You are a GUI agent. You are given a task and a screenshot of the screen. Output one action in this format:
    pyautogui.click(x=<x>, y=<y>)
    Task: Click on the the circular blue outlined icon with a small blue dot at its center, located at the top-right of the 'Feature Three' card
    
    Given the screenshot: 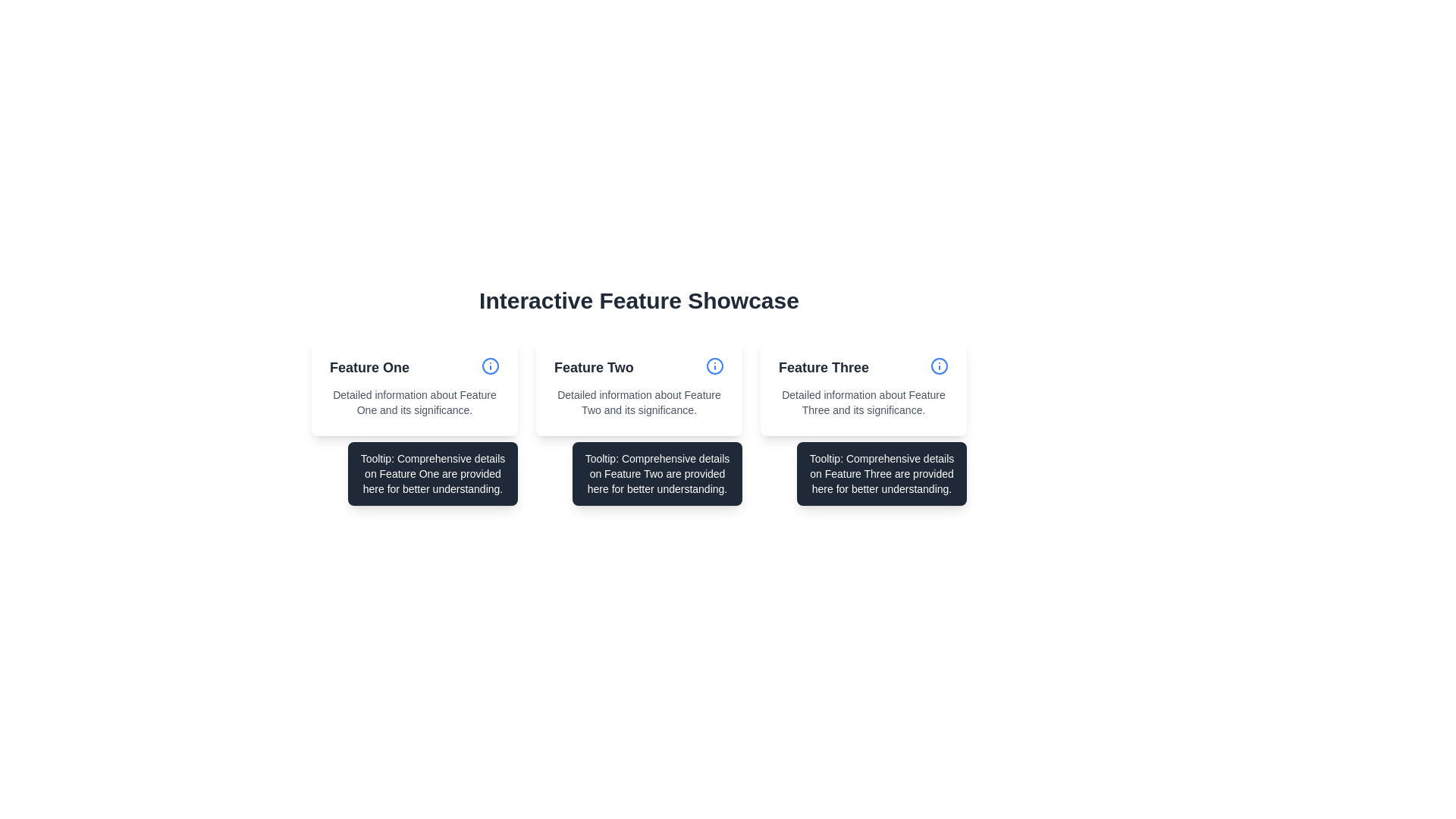 What is the action you would take?
    pyautogui.click(x=938, y=366)
    